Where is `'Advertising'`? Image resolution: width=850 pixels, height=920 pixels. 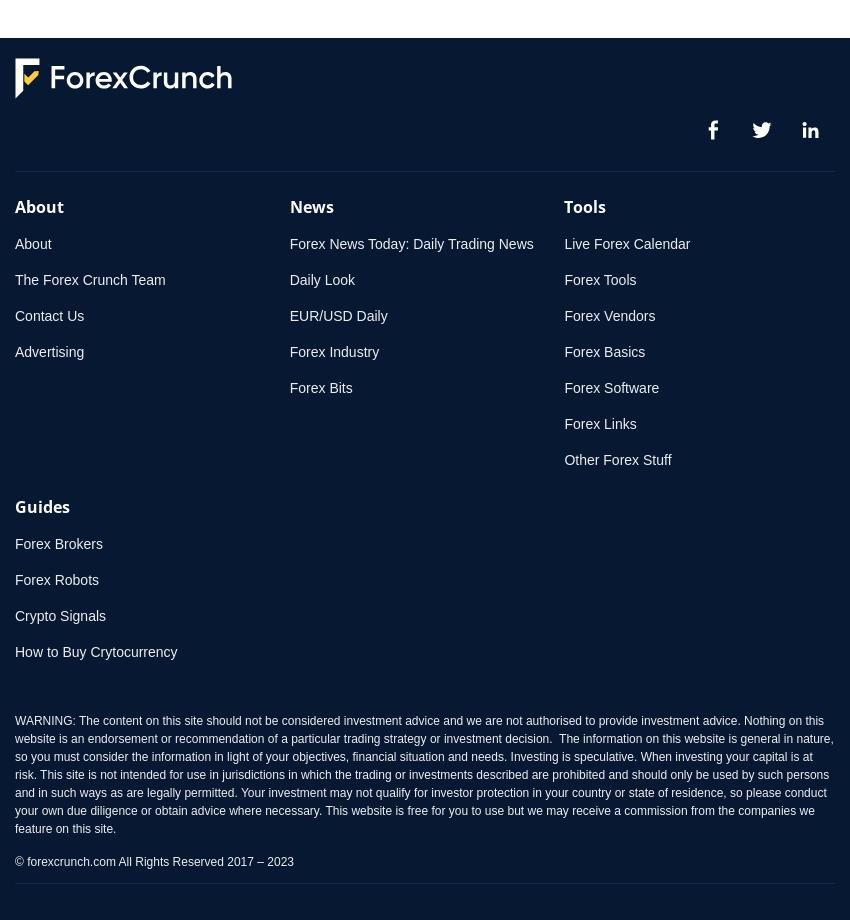
'Advertising' is located at coordinates (49, 350).